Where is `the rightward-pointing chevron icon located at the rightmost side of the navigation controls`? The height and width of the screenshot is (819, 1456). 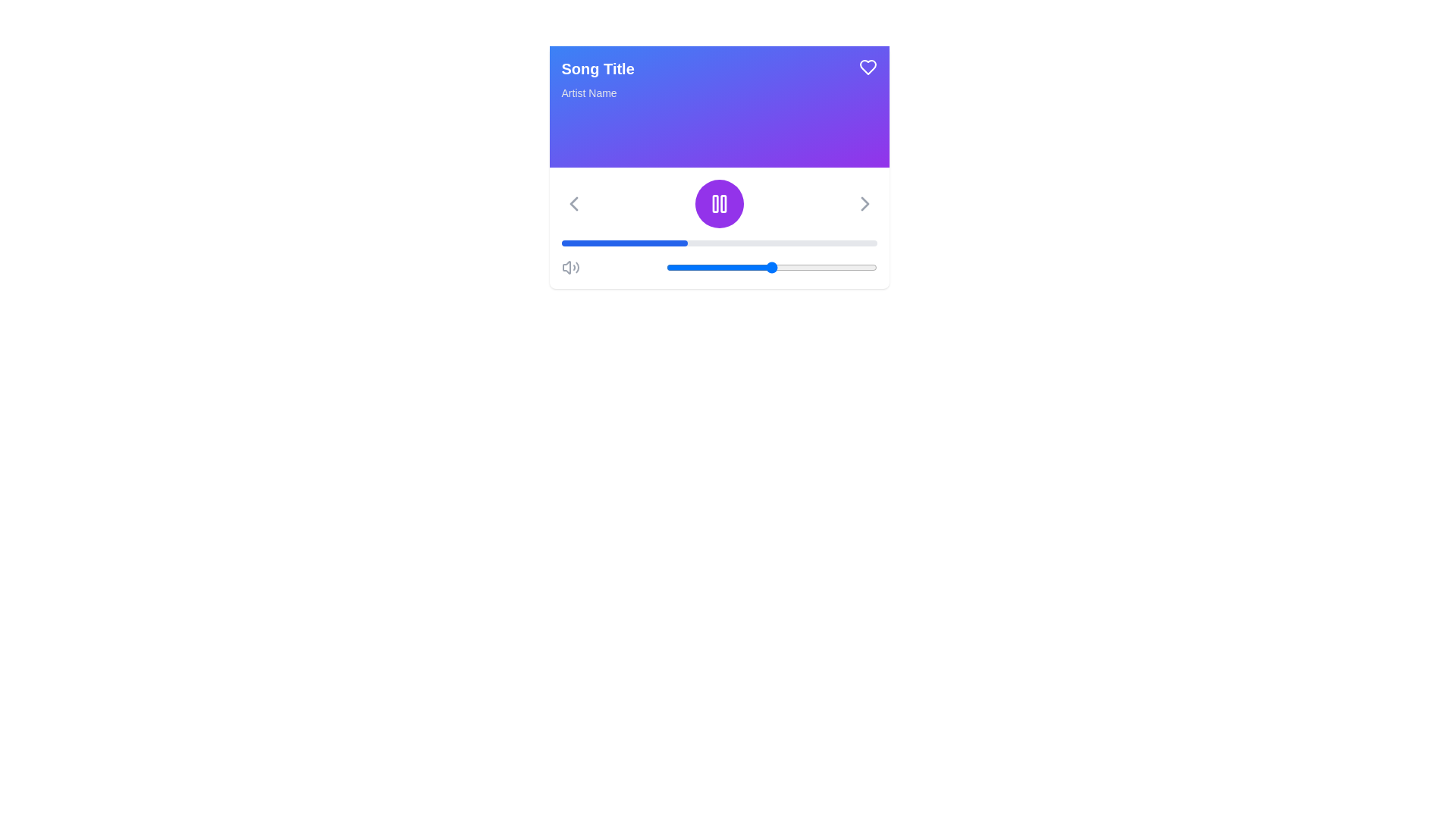 the rightward-pointing chevron icon located at the rightmost side of the navigation controls is located at coordinates (864, 203).